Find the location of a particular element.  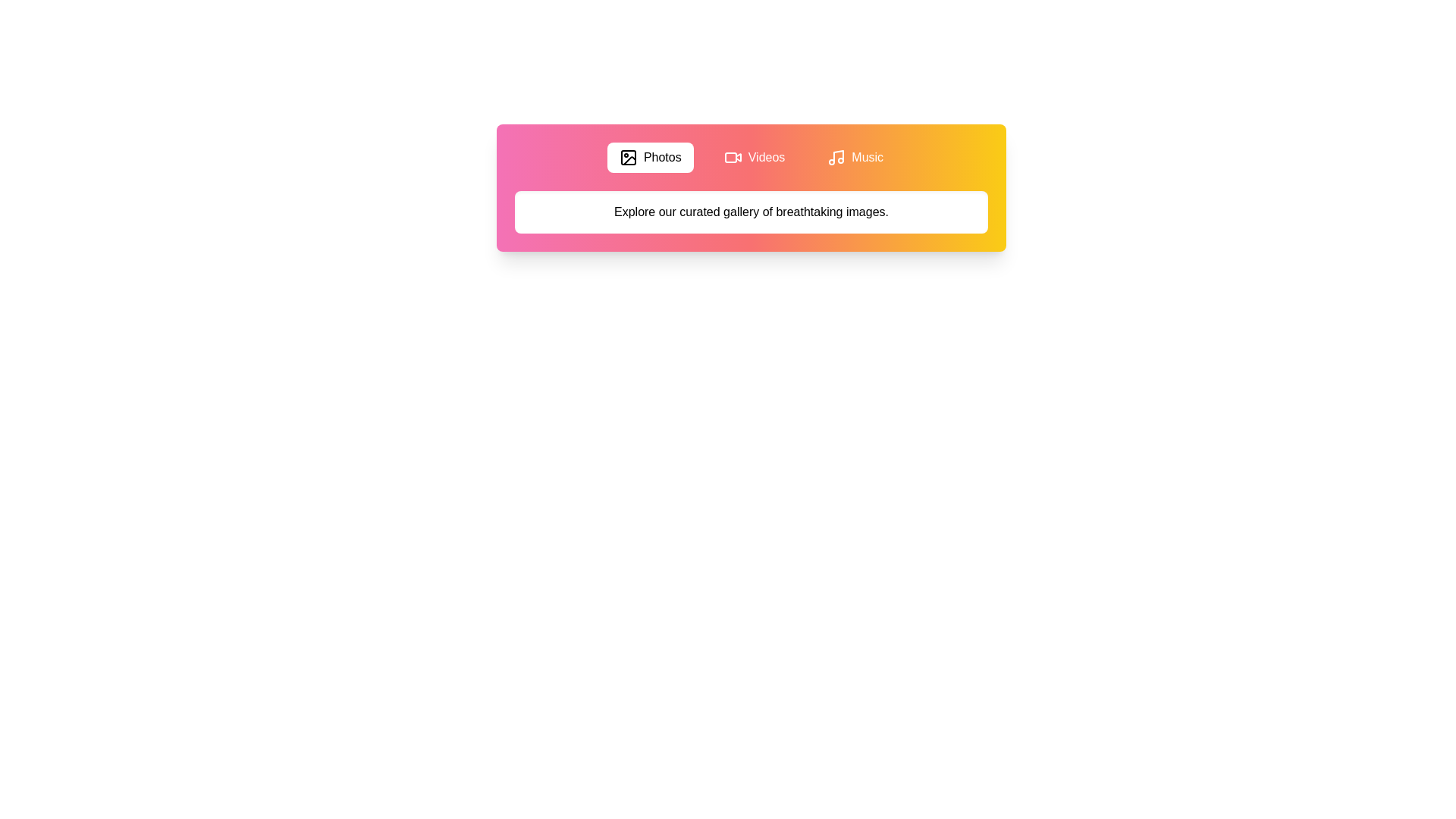

the Videos tab by clicking its button is located at coordinates (754, 158).